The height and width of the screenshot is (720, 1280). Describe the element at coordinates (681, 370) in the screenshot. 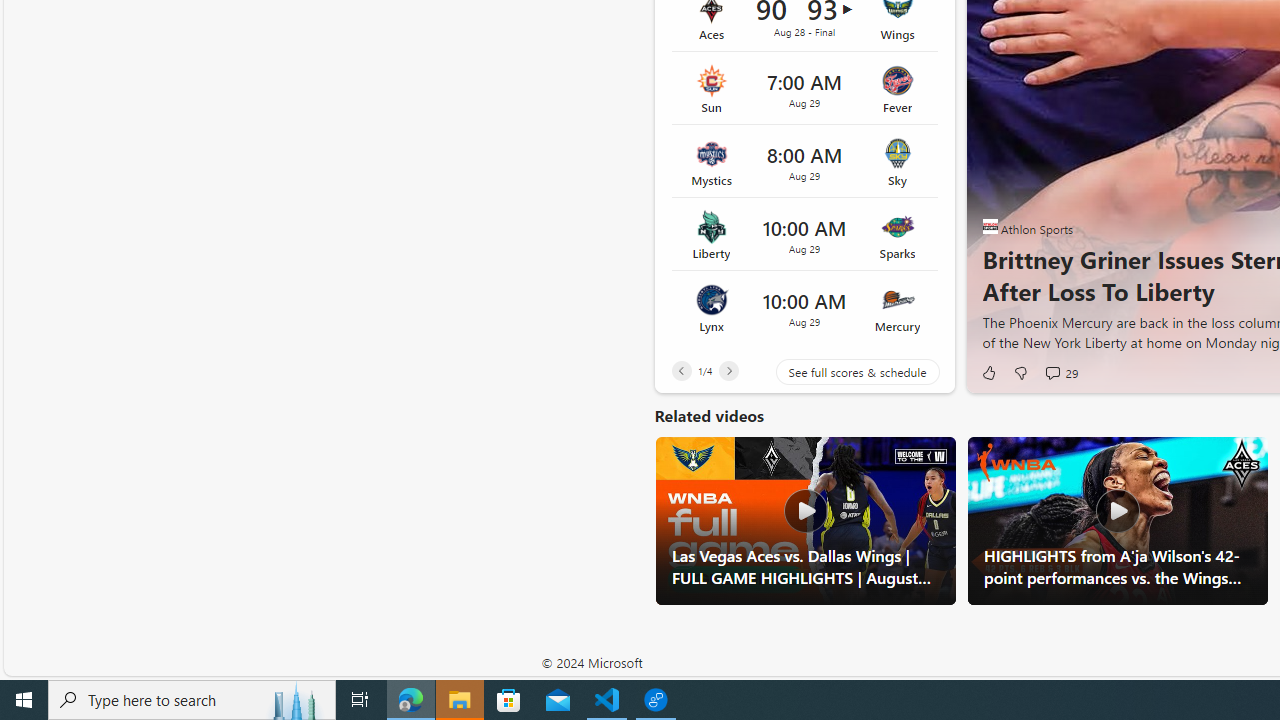

I see `'Previous'` at that location.